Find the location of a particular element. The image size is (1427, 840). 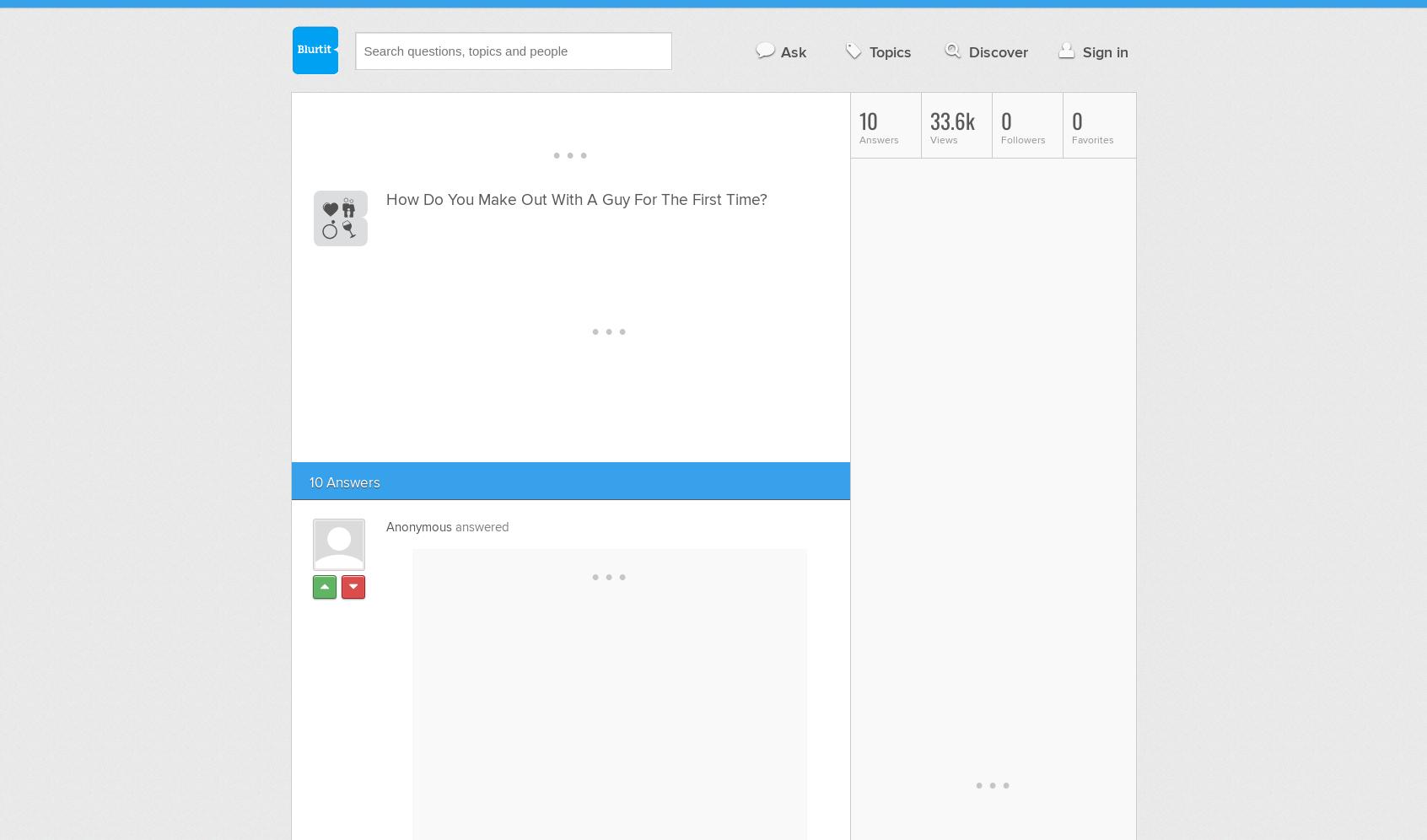

'Views' is located at coordinates (943, 140).